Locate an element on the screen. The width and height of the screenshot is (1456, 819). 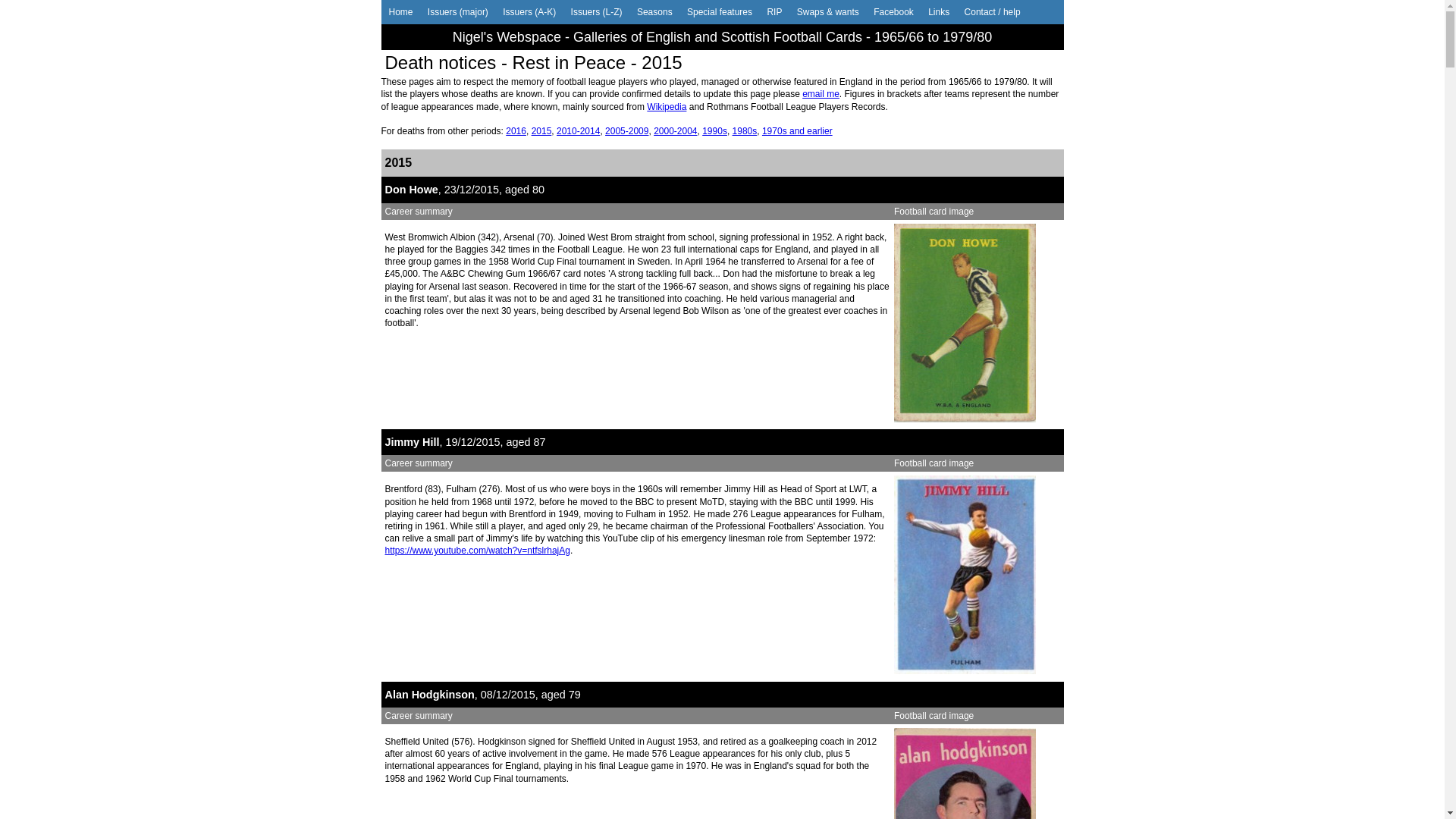
'Contact / help' is located at coordinates (993, 11).